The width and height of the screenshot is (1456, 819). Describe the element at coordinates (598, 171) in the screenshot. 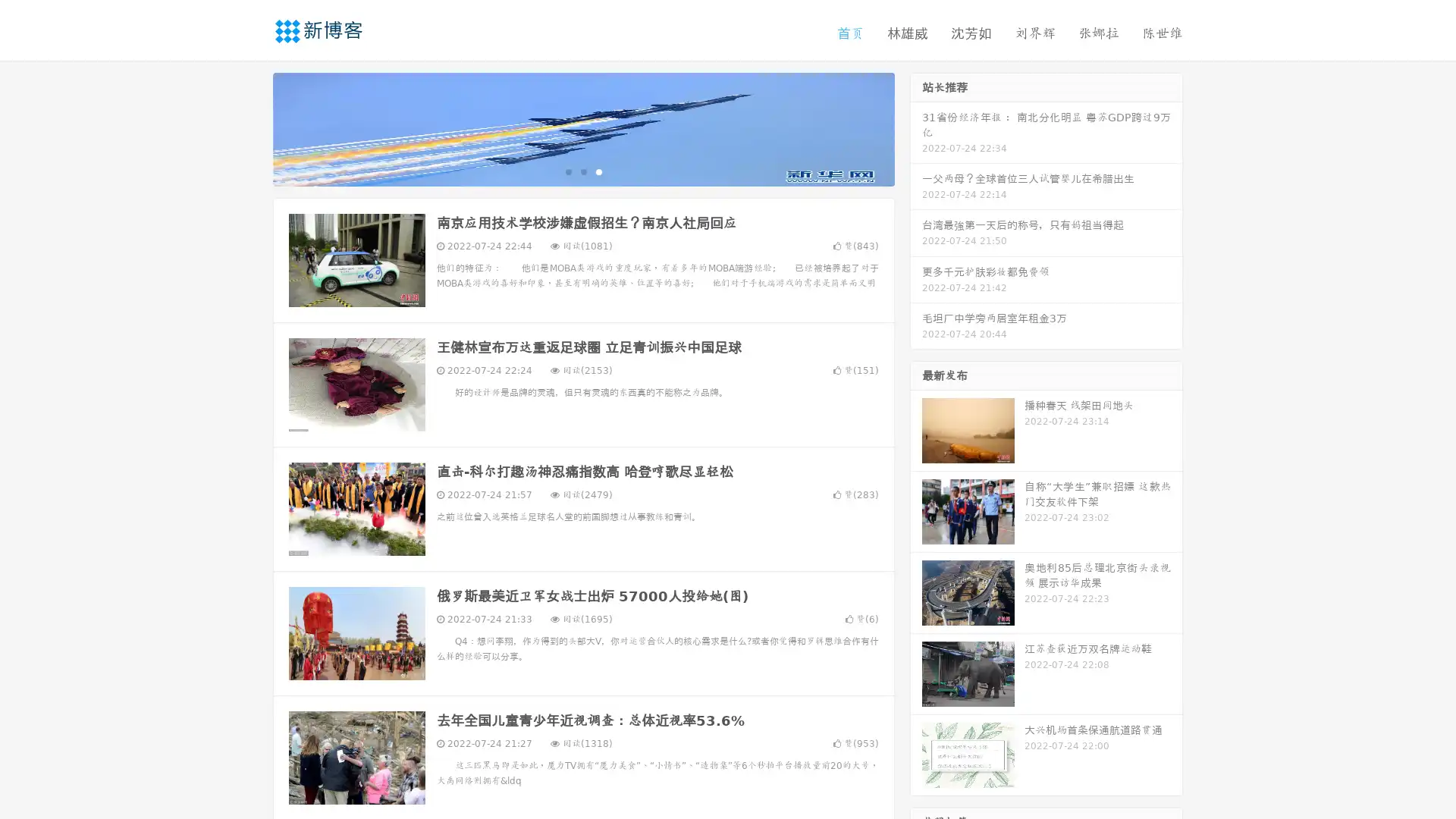

I see `Go to slide 3` at that location.